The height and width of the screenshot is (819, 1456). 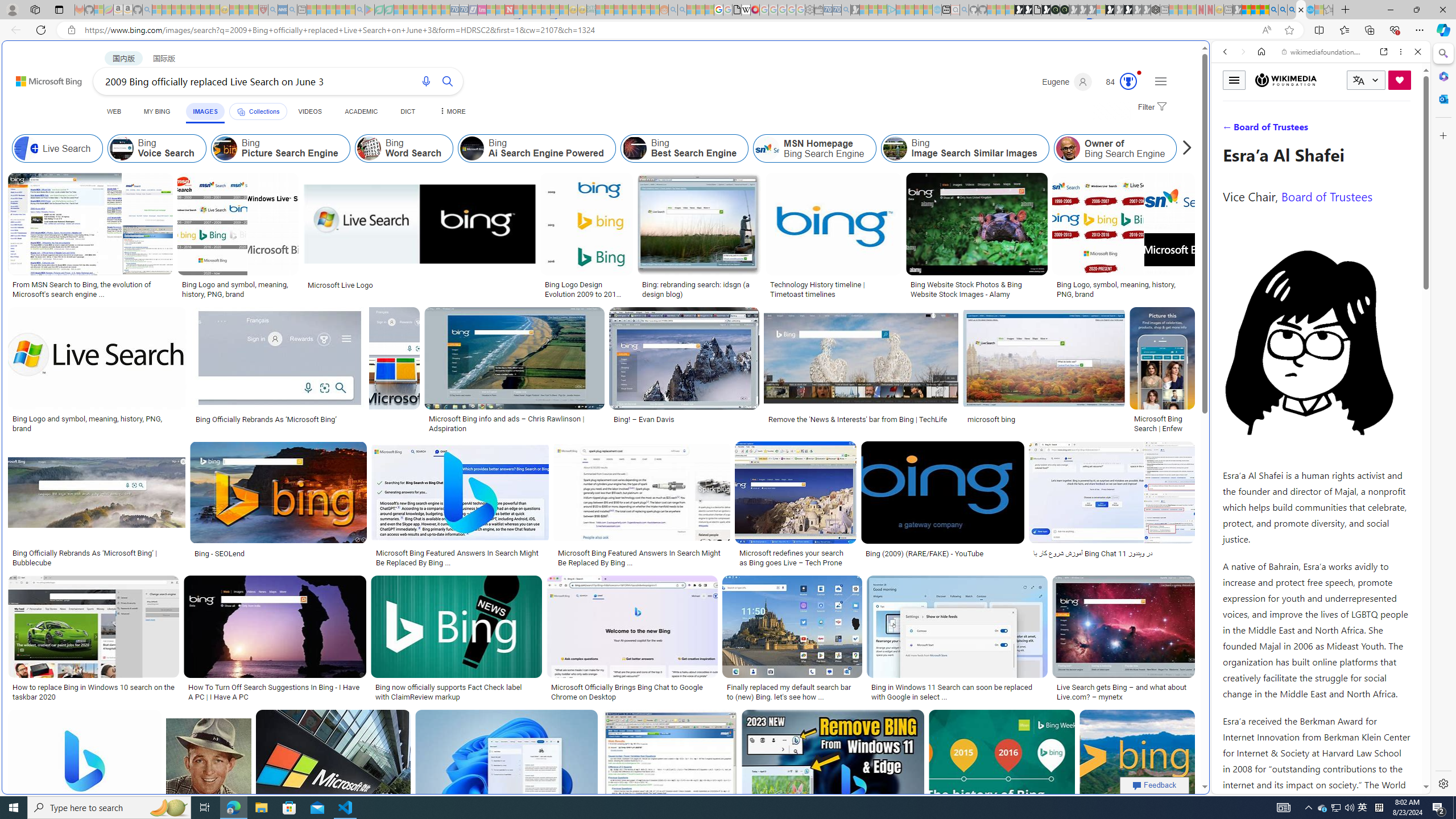 What do you see at coordinates (628, 9) in the screenshot?
I see `'Expert Portfolios - Sleeping'` at bounding box center [628, 9].